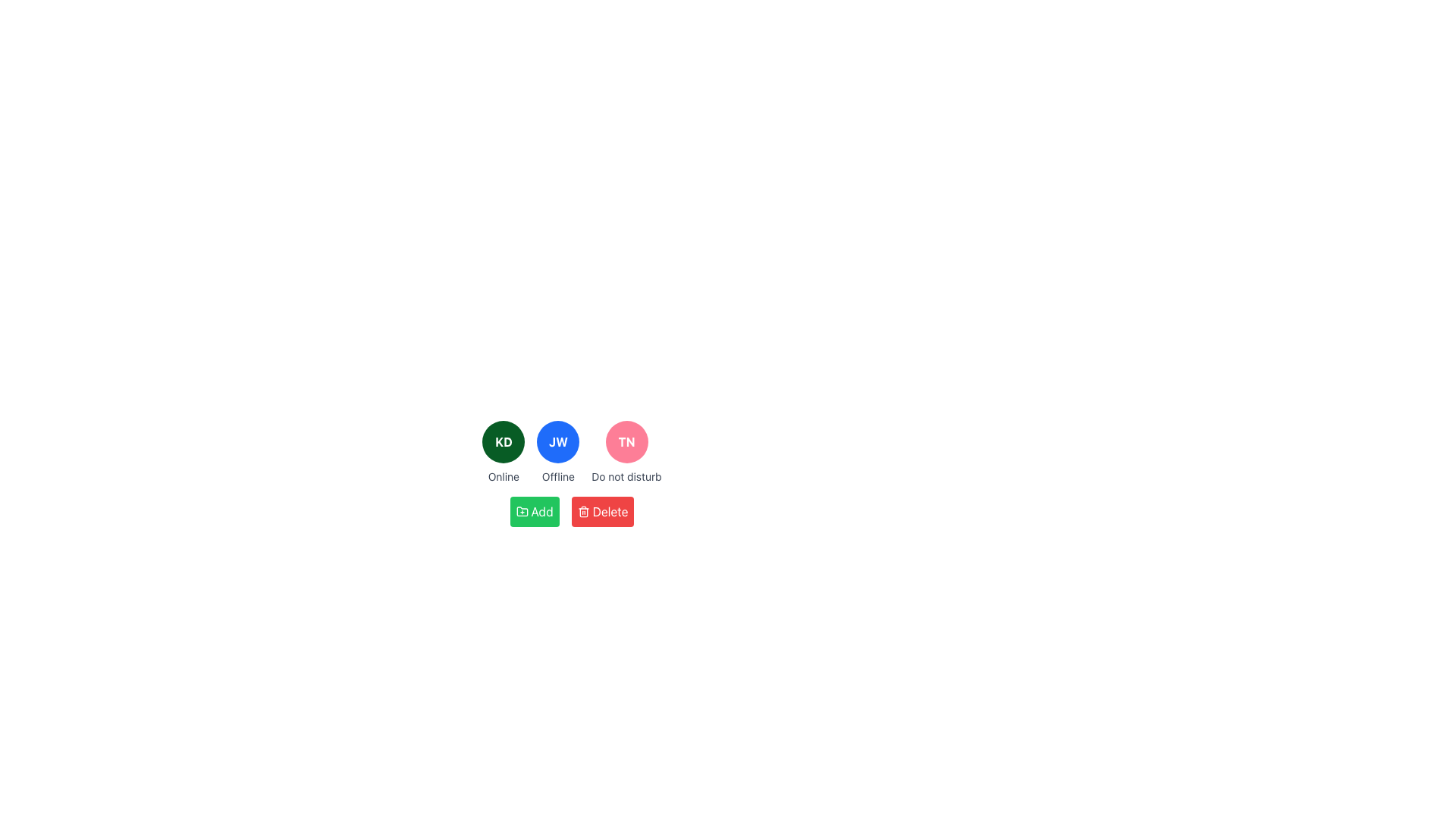 This screenshot has width=1456, height=819. What do you see at coordinates (504, 475) in the screenshot?
I see `the static text label displaying 'Online' in gray color, located below the green circular badge with 'KD'` at bounding box center [504, 475].